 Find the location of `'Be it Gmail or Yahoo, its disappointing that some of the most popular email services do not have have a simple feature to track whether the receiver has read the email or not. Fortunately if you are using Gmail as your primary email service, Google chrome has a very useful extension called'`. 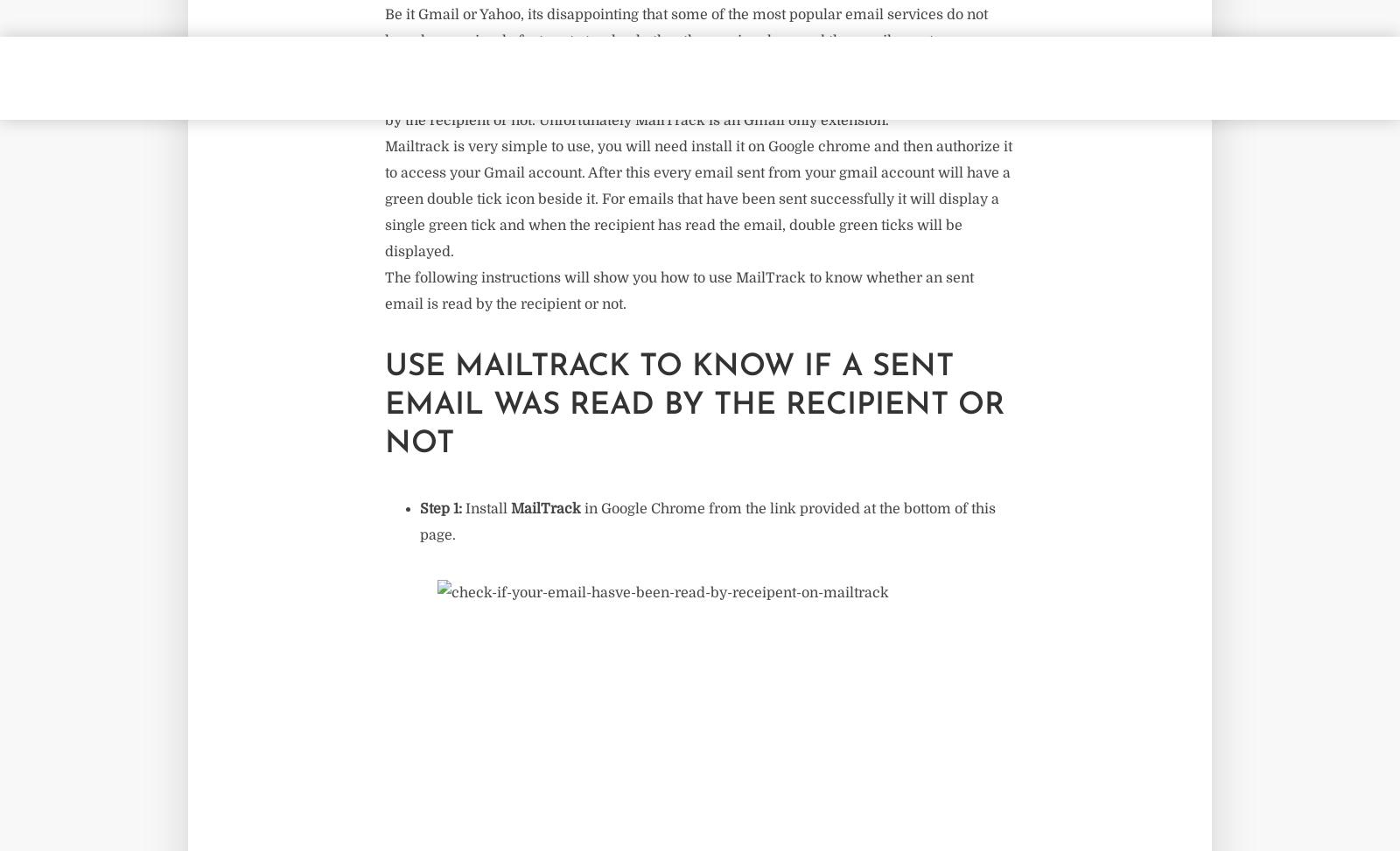

'Be it Gmail or Yahoo, its disappointing that some of the most popular email services do not have have a simple feature to track whether the receiver has read the email or not. Fortunately if you are using Gmail as your primary email service, Google chrome has a very useful extension called' is located at coordinates (692, 53).